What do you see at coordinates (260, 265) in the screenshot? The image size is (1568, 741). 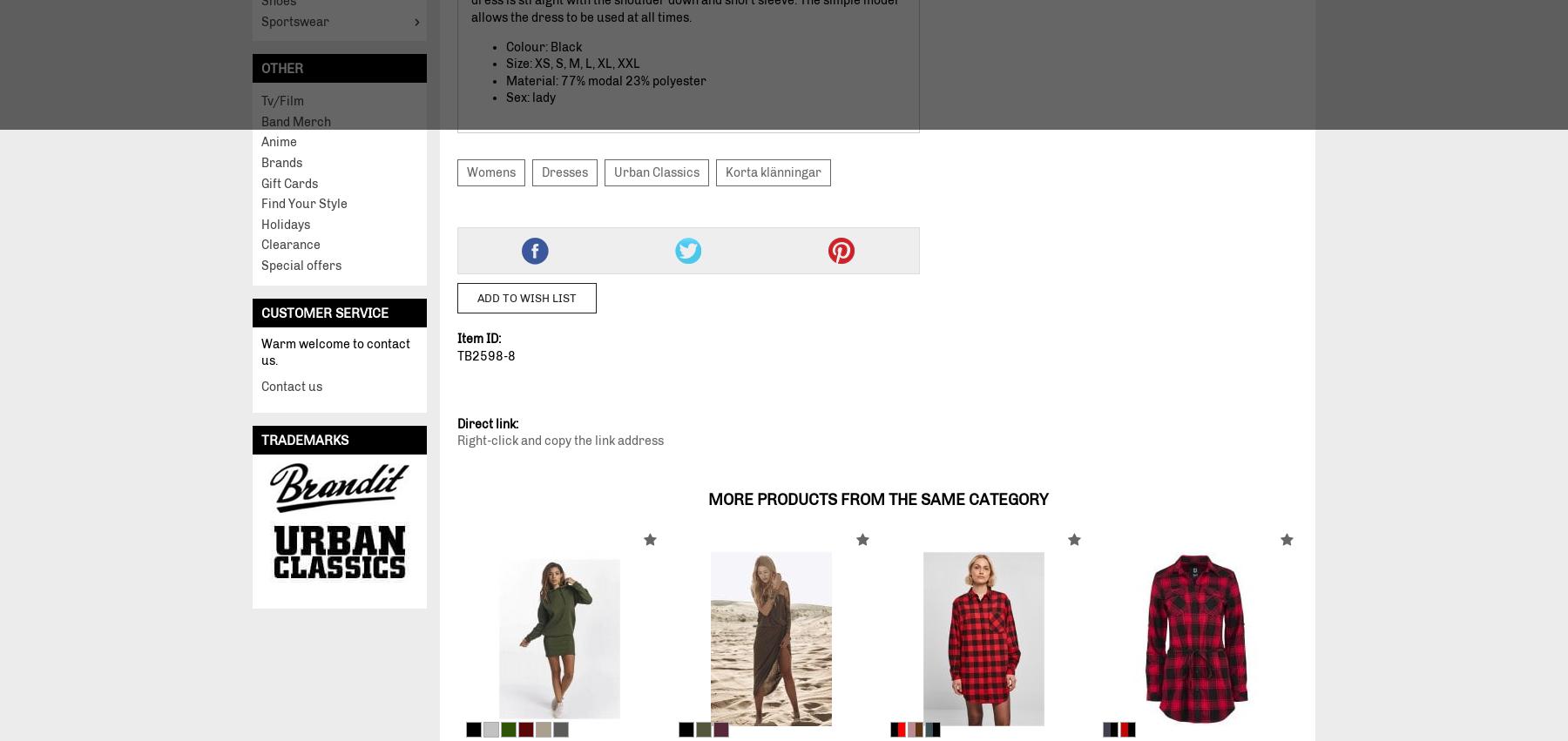 I see `'Special offers'` at bounding box center [260, 265].